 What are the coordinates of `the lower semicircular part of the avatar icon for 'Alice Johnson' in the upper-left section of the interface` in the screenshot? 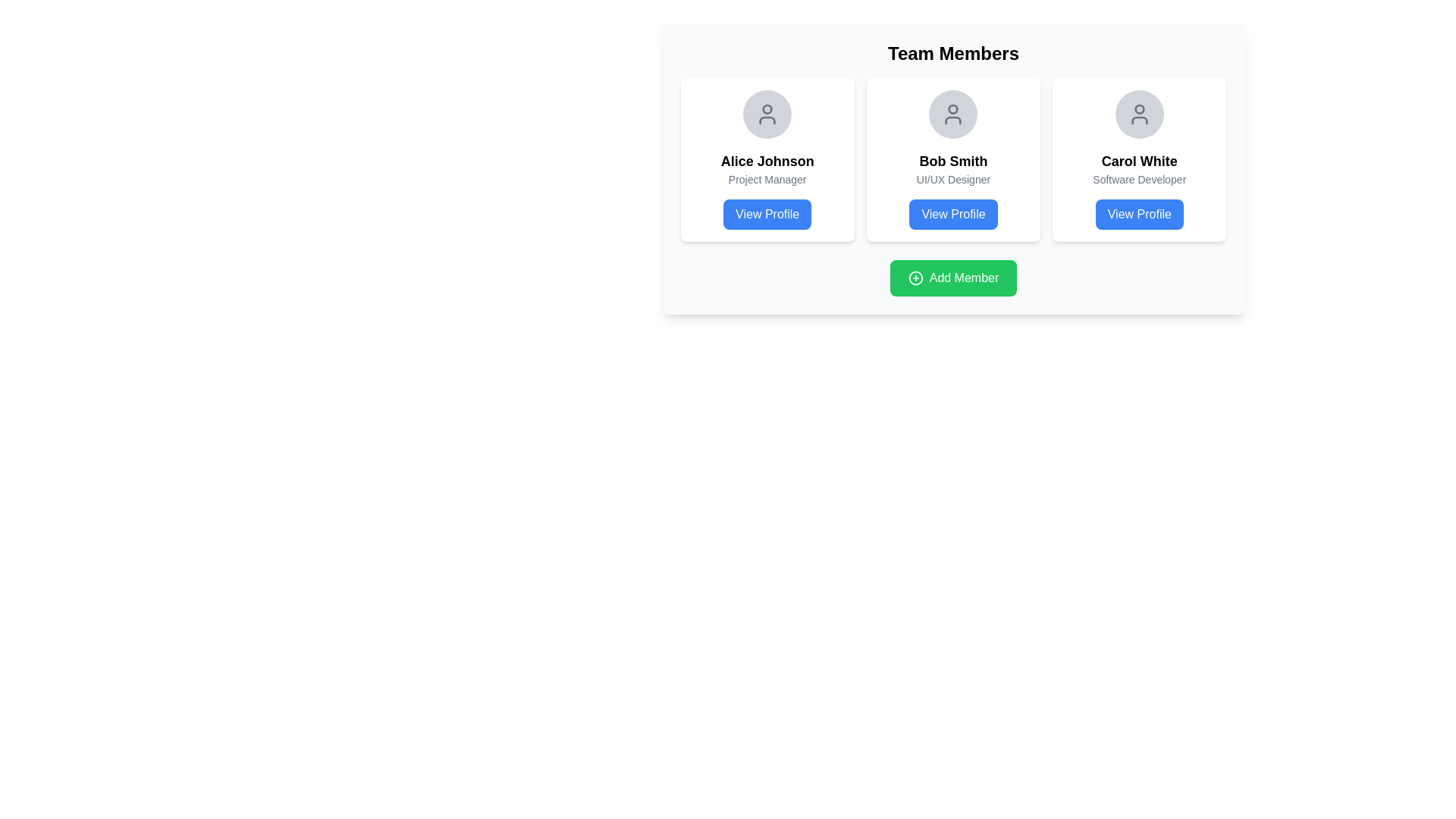 It's located at (767, 119).